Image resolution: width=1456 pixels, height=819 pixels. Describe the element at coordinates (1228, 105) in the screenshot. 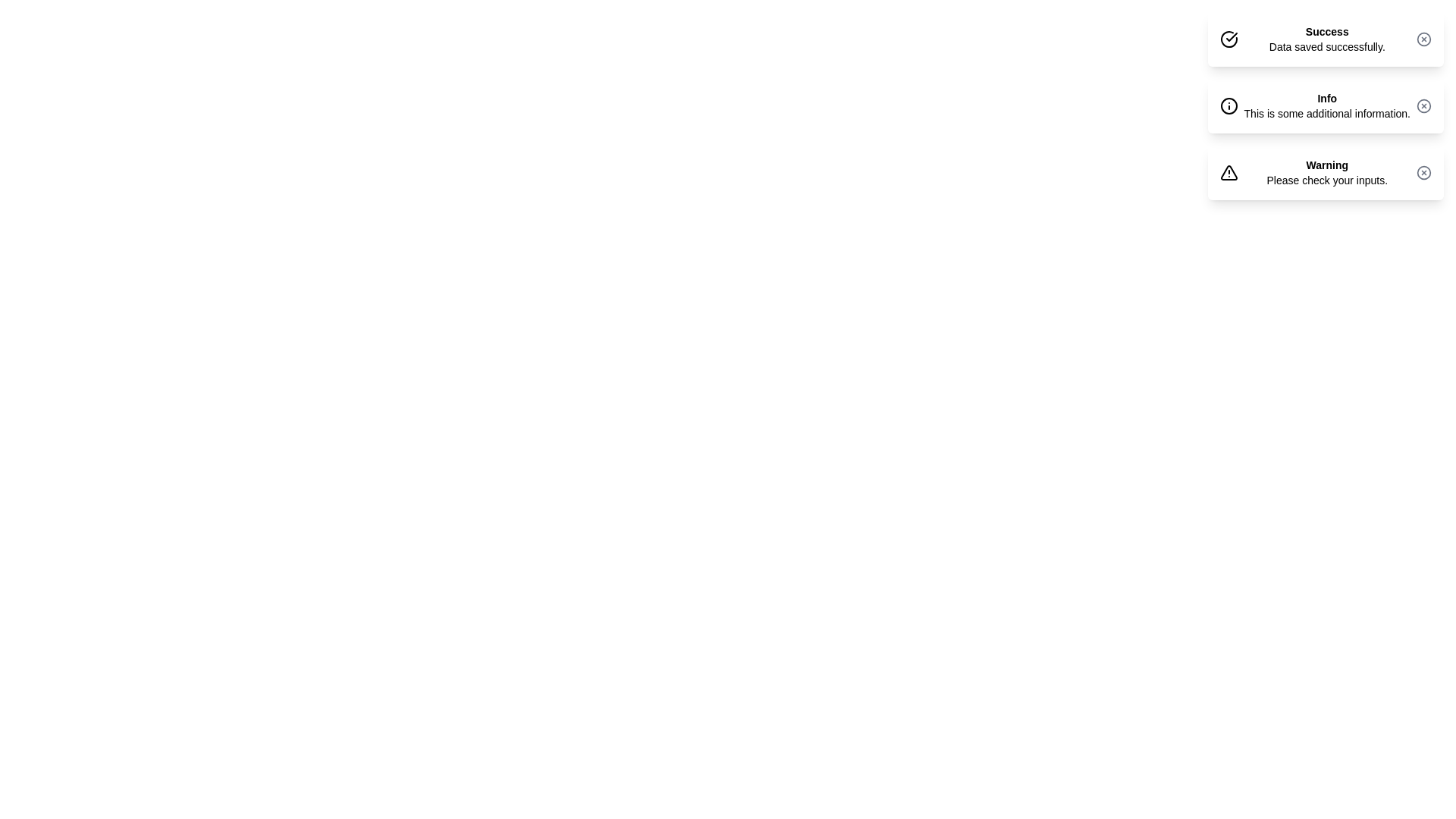

I see `the outer boundary circle of the information icon, which is styled with no fill and a black stroke, located second in the vertical list of alert messages on the right side of the interface` at that location.